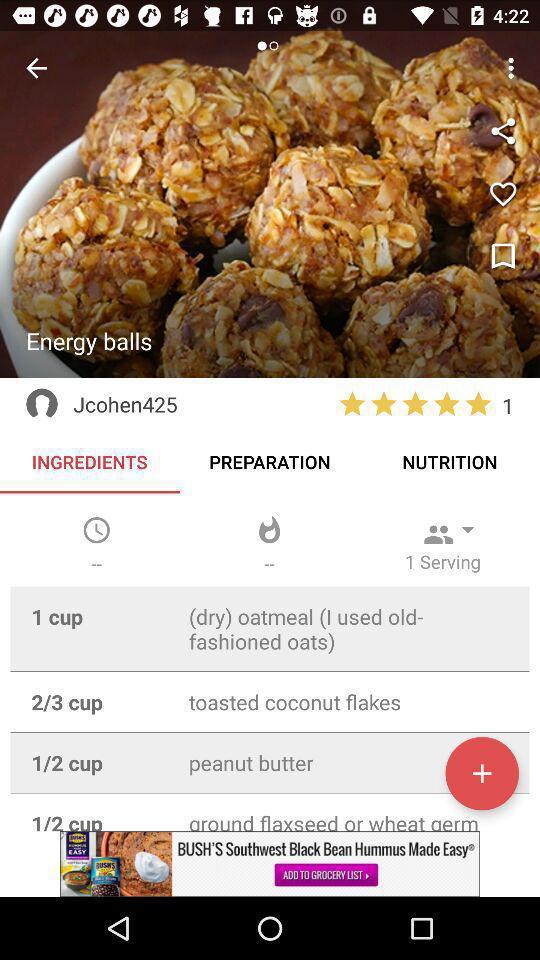 The height and width of the screenshot is (960, 540). Describe the element at coordinates (36, 68) in the screenshot. I see `go back` at that location.